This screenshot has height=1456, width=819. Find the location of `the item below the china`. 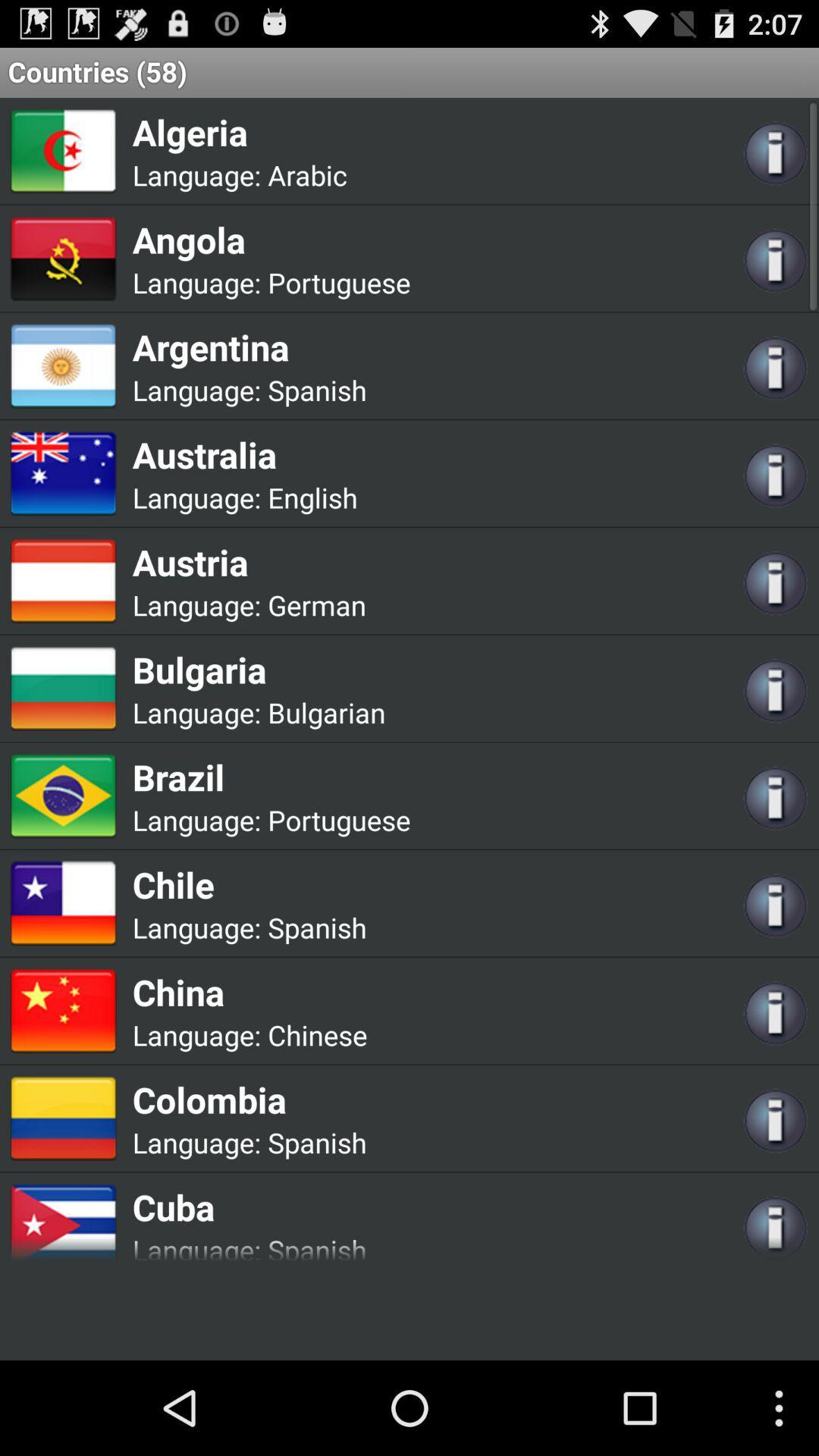

the item below the china is located at coordinates (316, 1034).